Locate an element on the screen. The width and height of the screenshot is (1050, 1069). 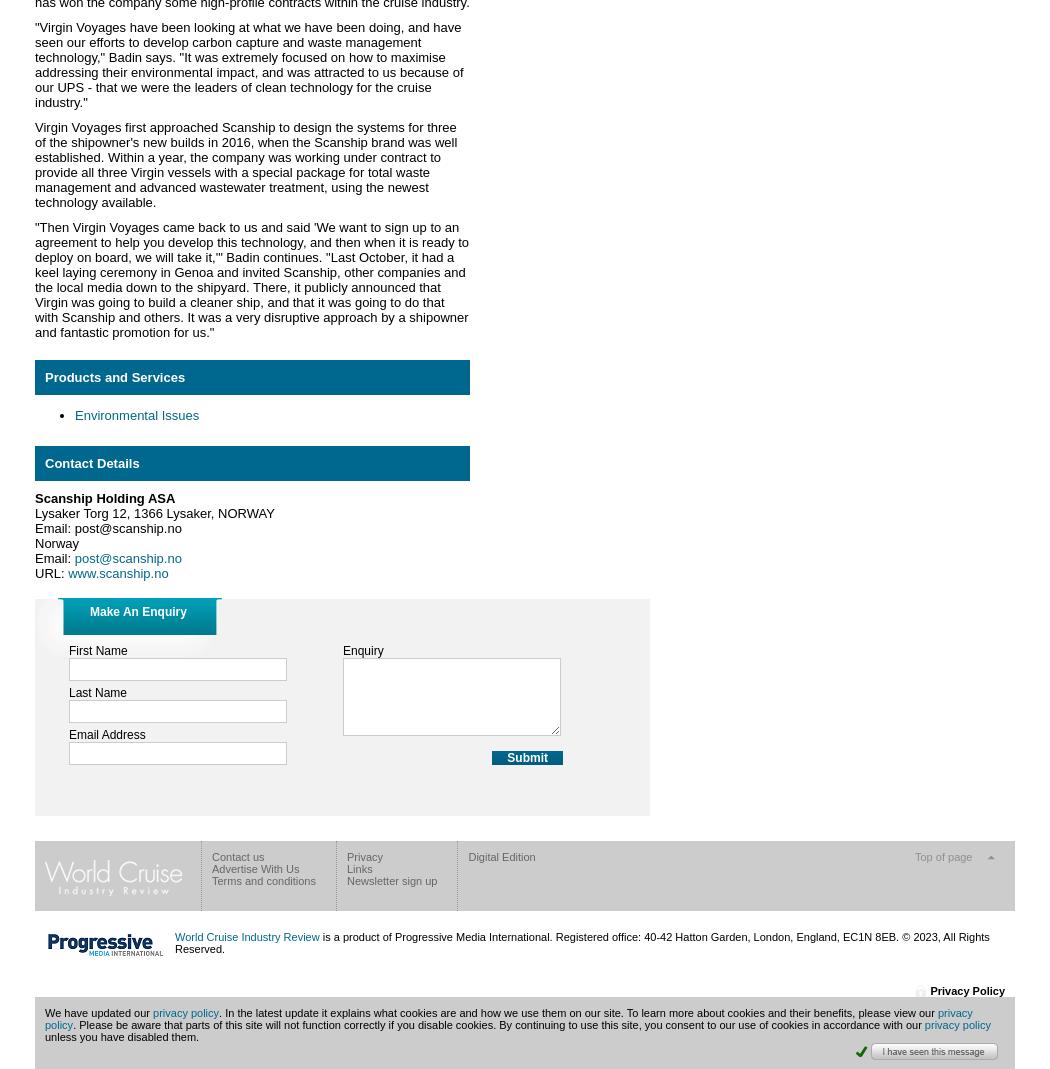
'We have updated our' is located at coordinates (99, 1012).